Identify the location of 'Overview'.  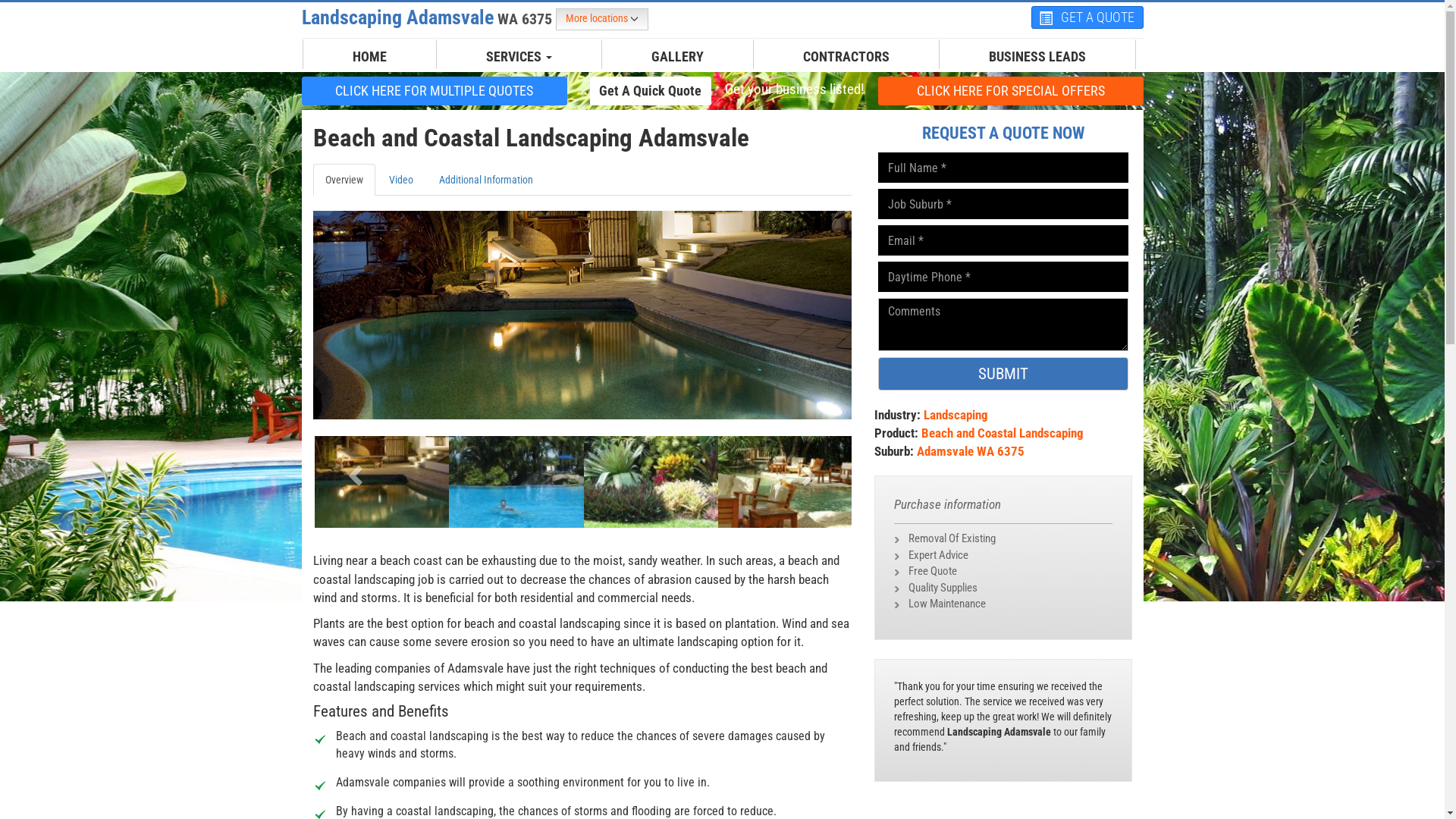
(342, 178).